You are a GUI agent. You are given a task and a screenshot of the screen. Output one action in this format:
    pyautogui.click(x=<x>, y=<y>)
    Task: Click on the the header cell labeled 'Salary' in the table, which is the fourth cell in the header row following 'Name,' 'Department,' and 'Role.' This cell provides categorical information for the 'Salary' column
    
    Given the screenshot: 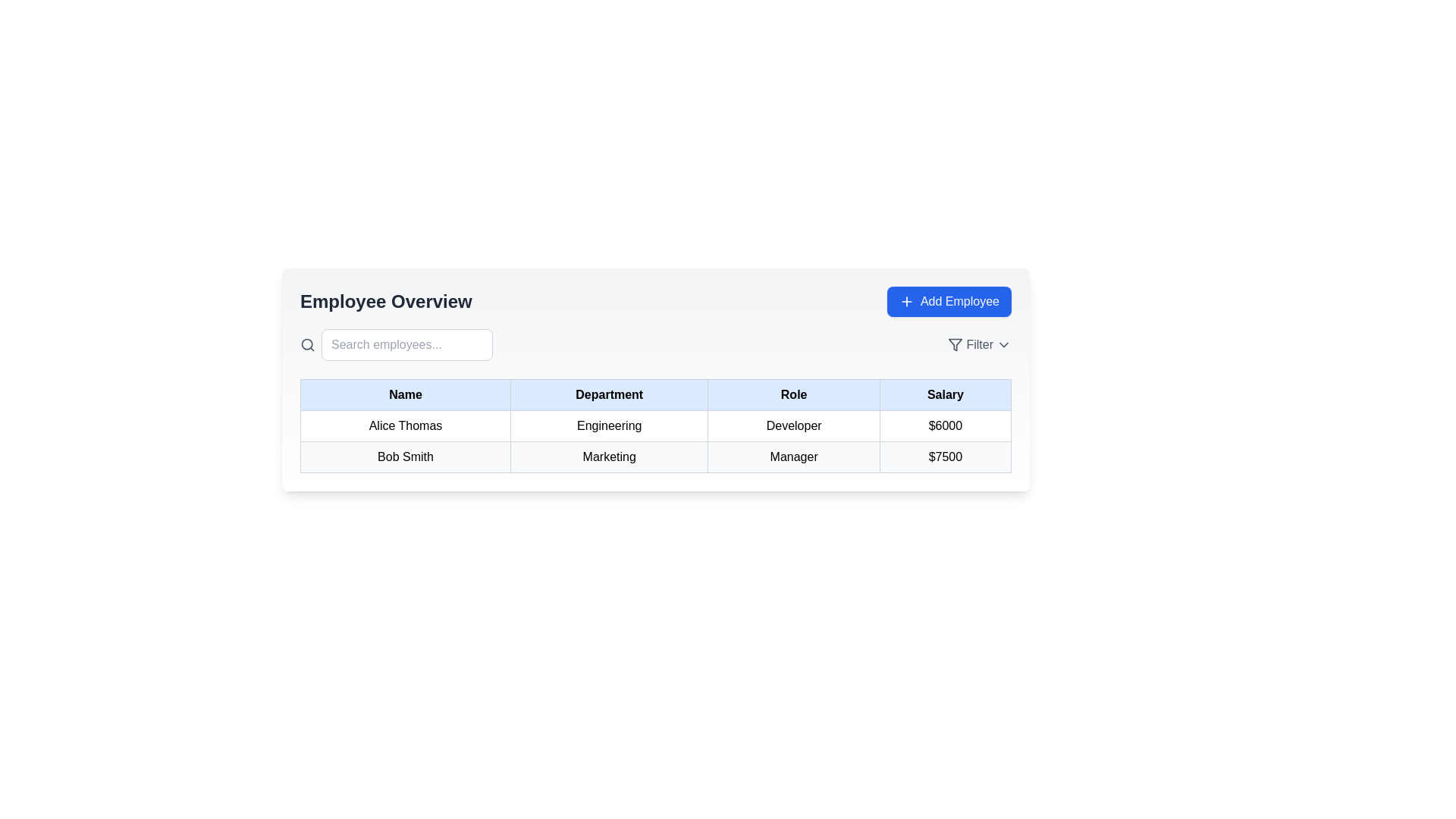 What is the action you would take?
    pyautogui.click(x=944, y=394)
    